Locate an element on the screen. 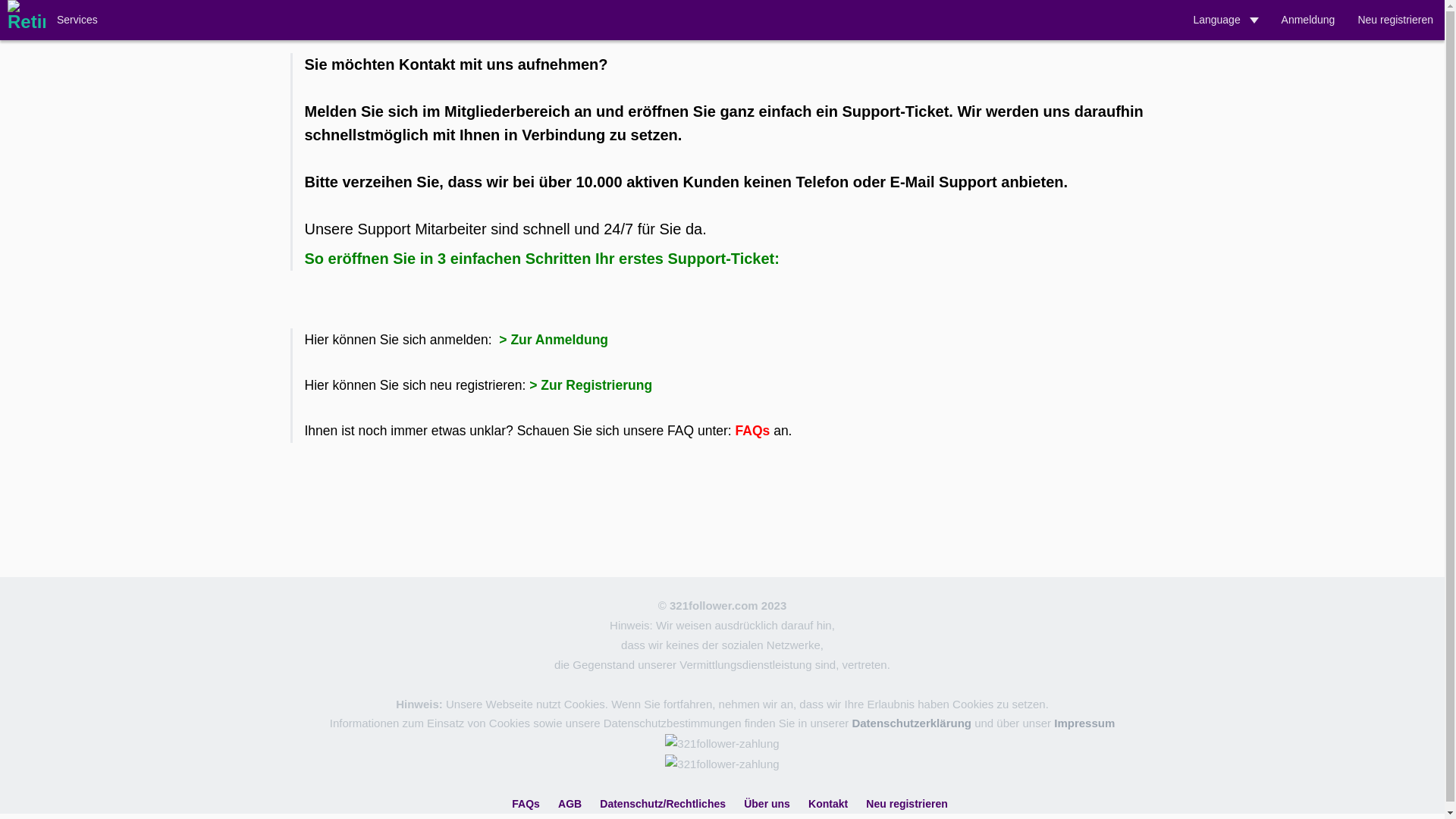 The image size is (1456, 819). 'FAQs' is located at coordinates (735, 430).